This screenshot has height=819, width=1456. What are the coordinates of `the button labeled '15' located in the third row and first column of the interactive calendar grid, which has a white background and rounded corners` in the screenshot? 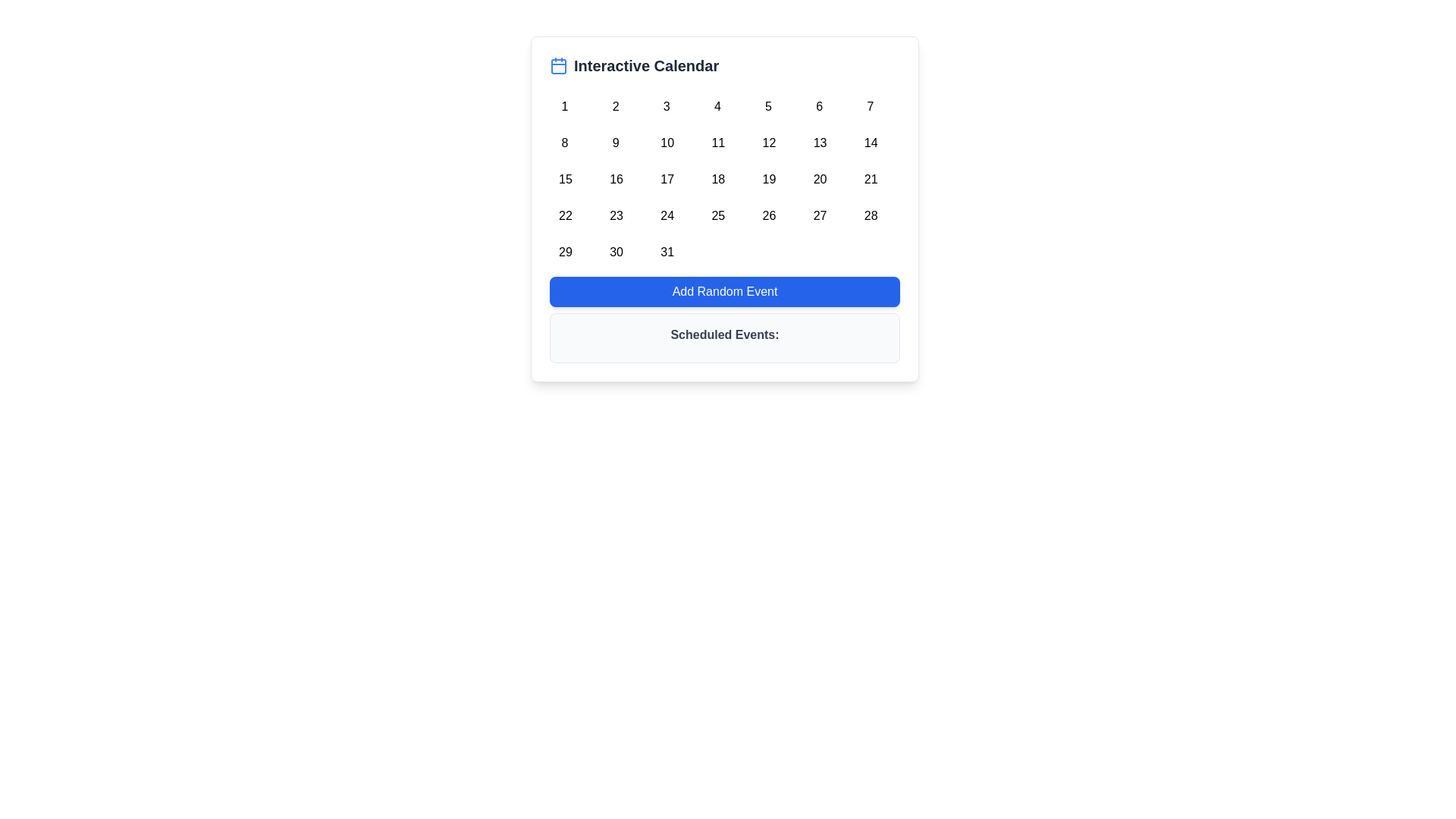 It's located at (563, 175).